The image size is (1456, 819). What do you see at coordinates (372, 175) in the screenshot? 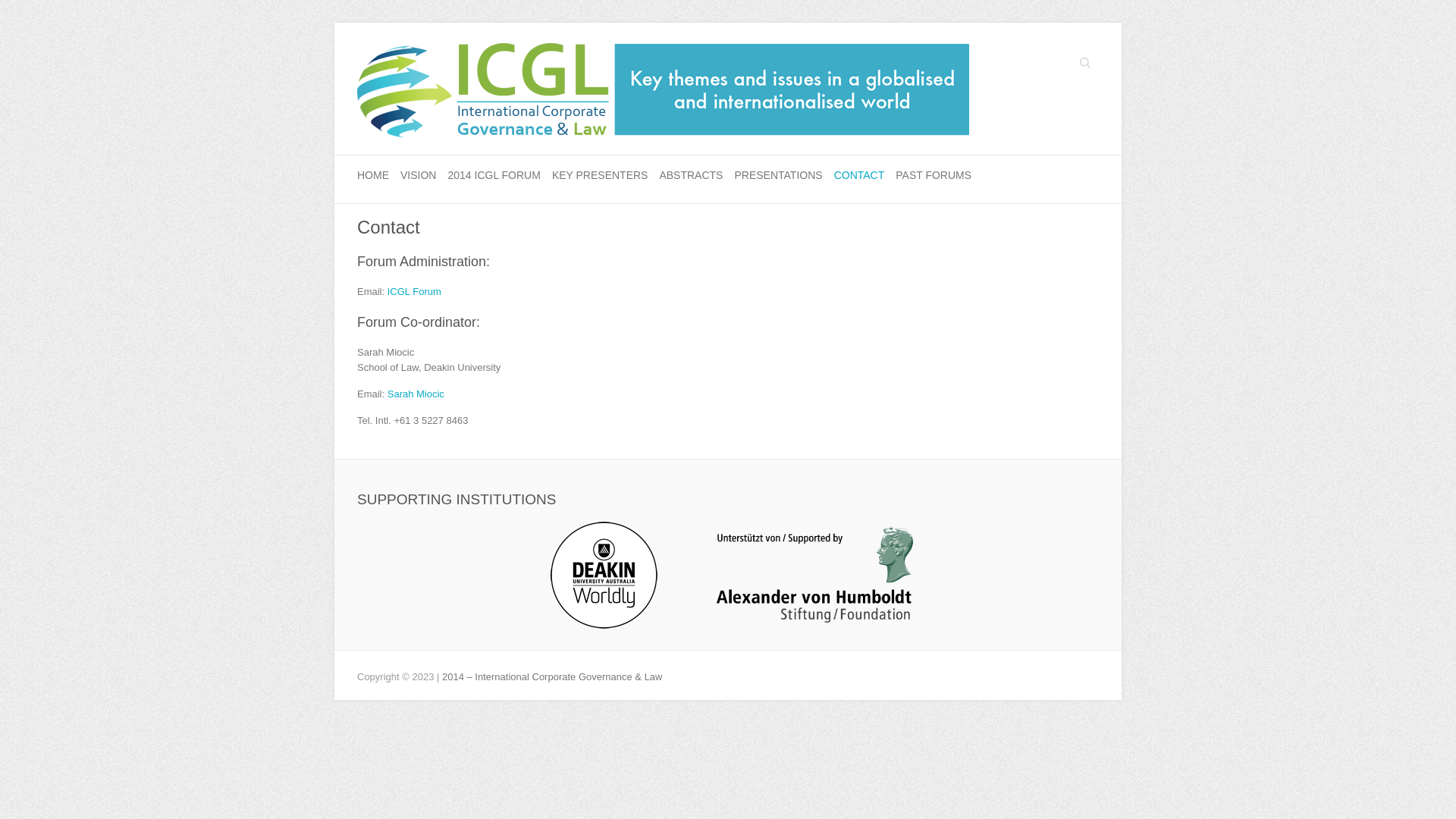
I see `'HOME'` at bounding box center [372, 175].